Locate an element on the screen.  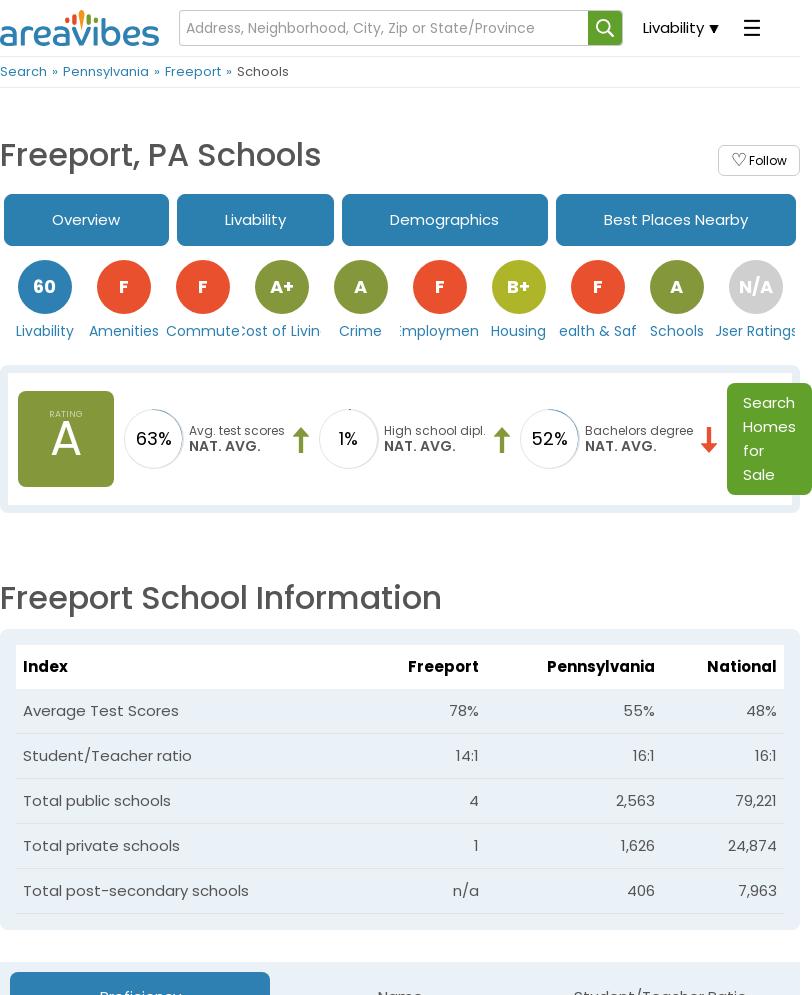
'Commute' is located at coordinates (202, 331).